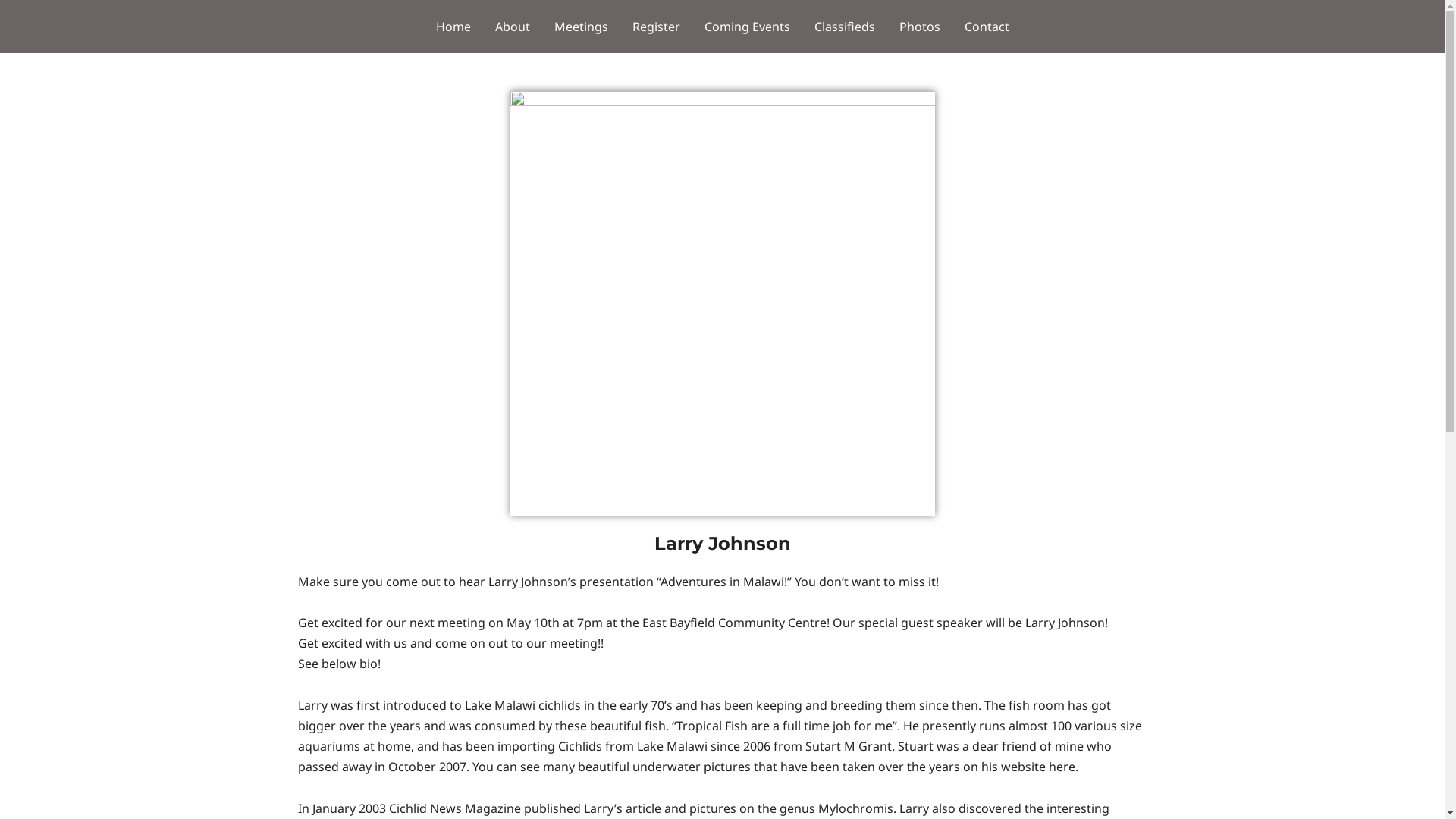 The width and height of the screenshot is (1456, 819). What do you see at coordinates (919, 26) in the screenshot?
I see `'Photos'` at bounding box center [919, 26].